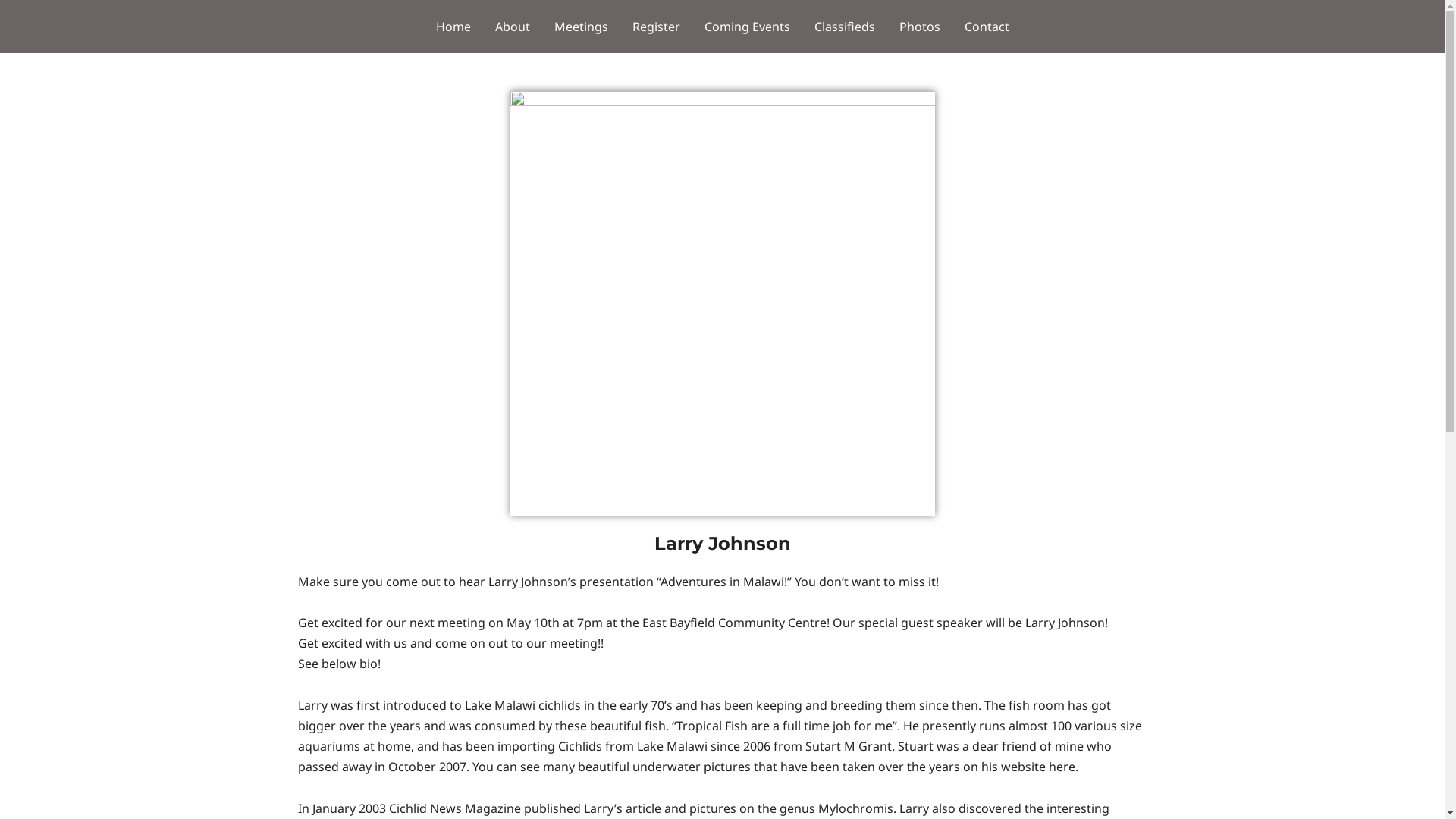 The width and height of the screenshot is (1456, 819). What do you see at coordinates (919, 26) in the screenshot?
I see `'Photos'` at bounding box center [919, 26].